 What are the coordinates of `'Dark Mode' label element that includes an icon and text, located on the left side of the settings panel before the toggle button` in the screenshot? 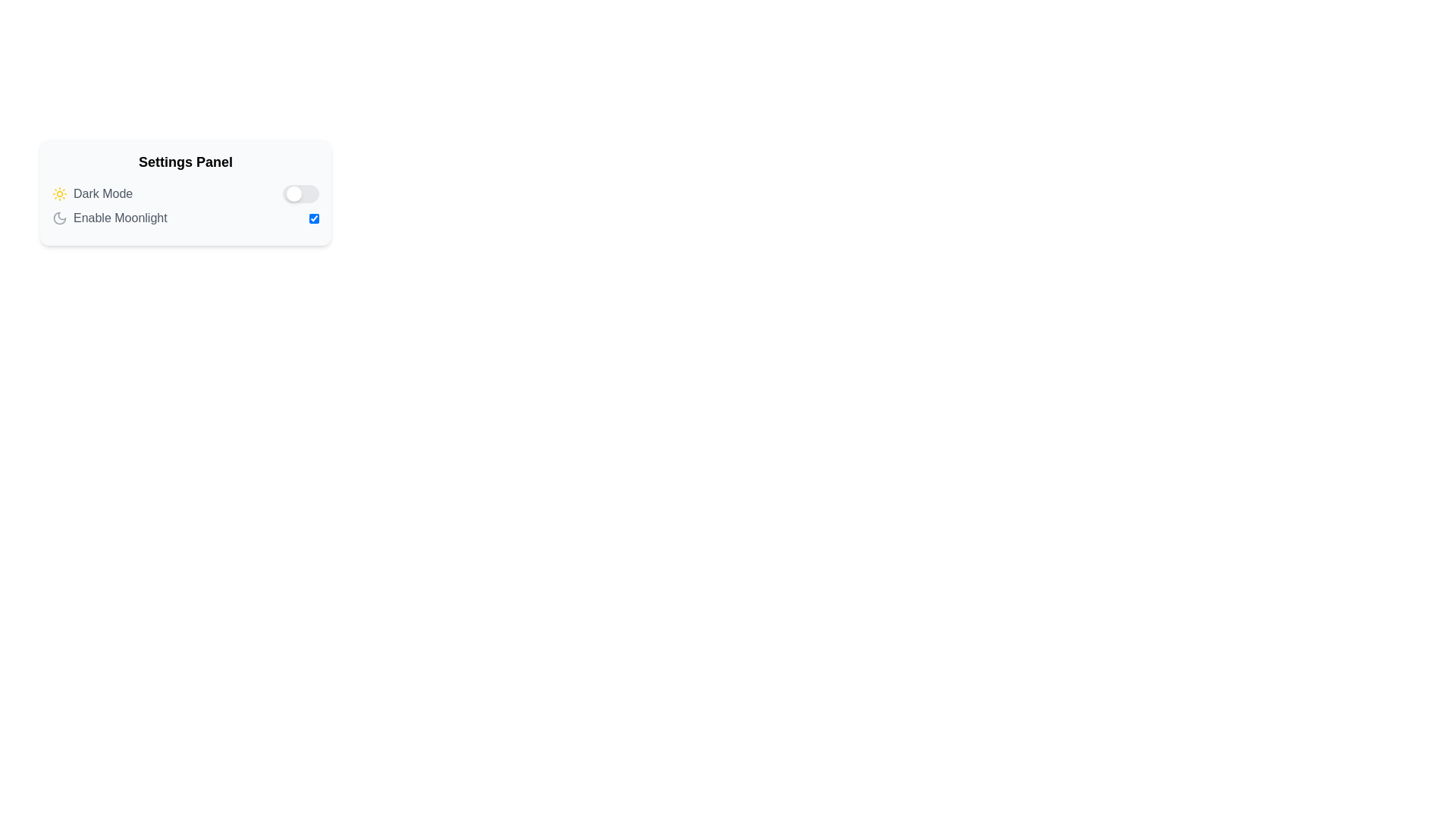 It's located at (92, 193).